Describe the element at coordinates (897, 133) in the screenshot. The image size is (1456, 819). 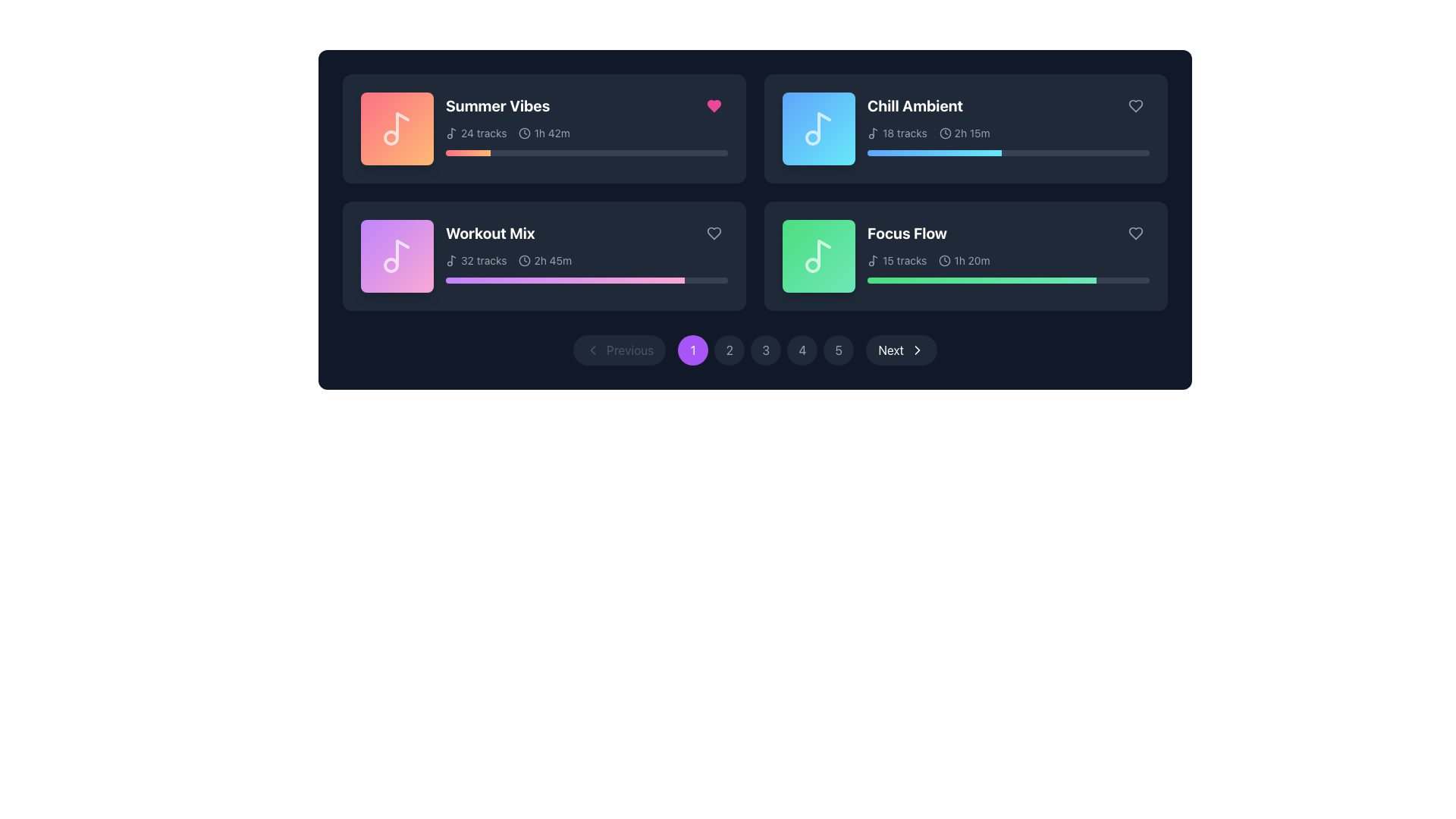
I see `the text element displaying the number of music tracks available in the 'Chill Ambient' category, located in the top-right music card, next to the duration label '2h 15m'` at that location.